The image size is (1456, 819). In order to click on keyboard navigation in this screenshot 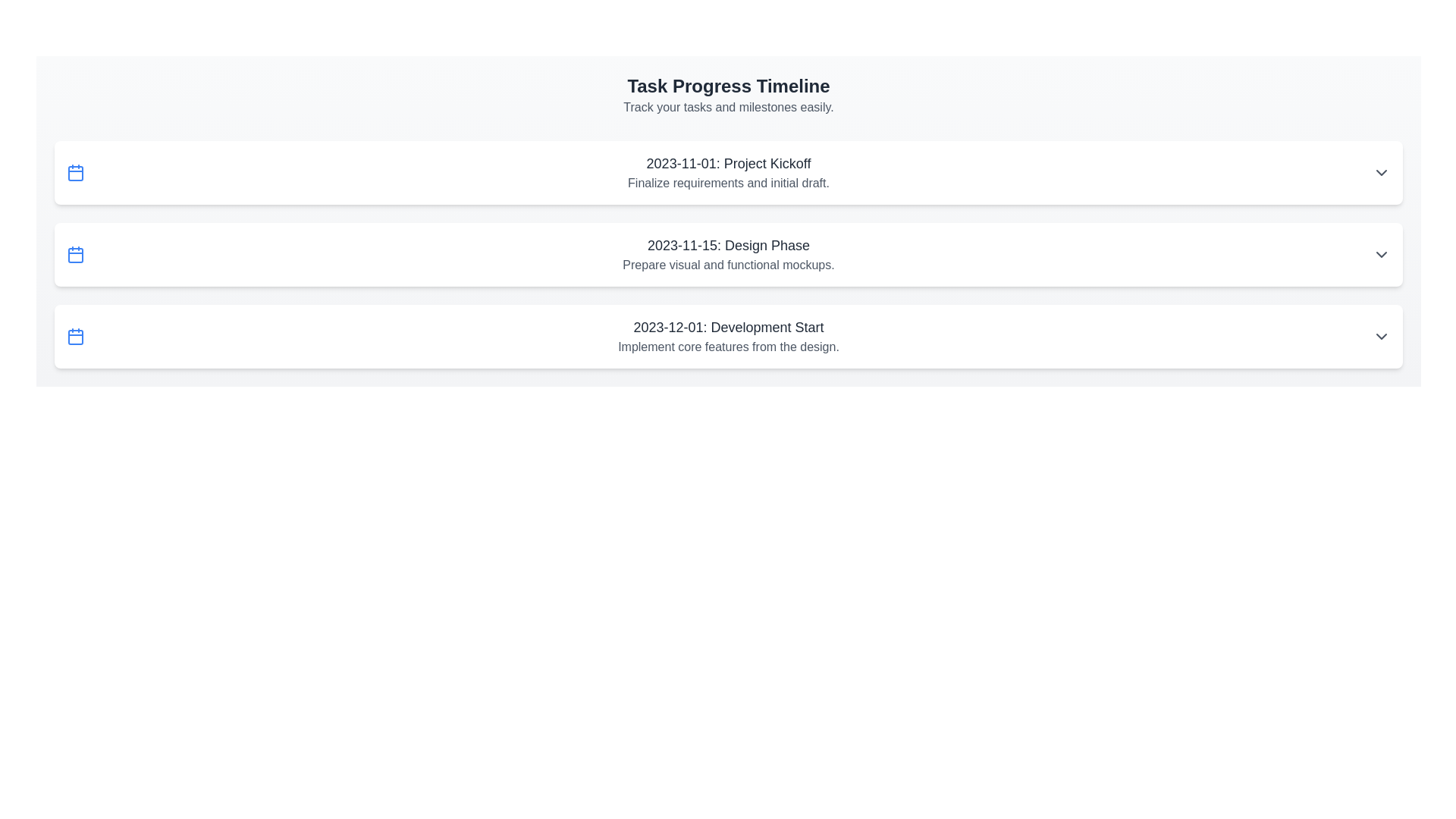, I will do `click(728, 335)`.